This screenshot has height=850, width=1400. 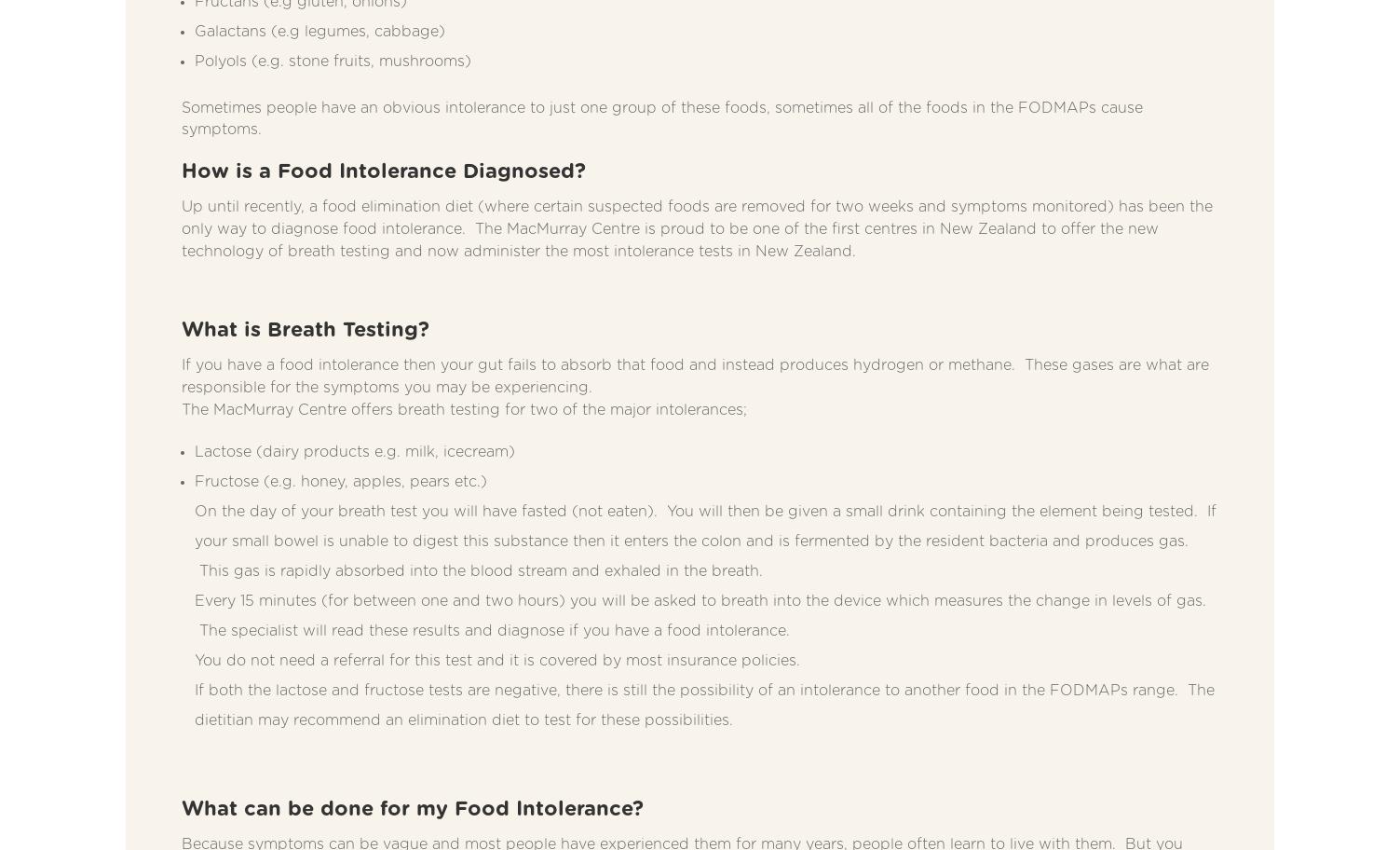 What do you see at coordinates (304, 329) in the screenshot?
I see `'What is Breath Testing?'` at bounding box center [304, 329].